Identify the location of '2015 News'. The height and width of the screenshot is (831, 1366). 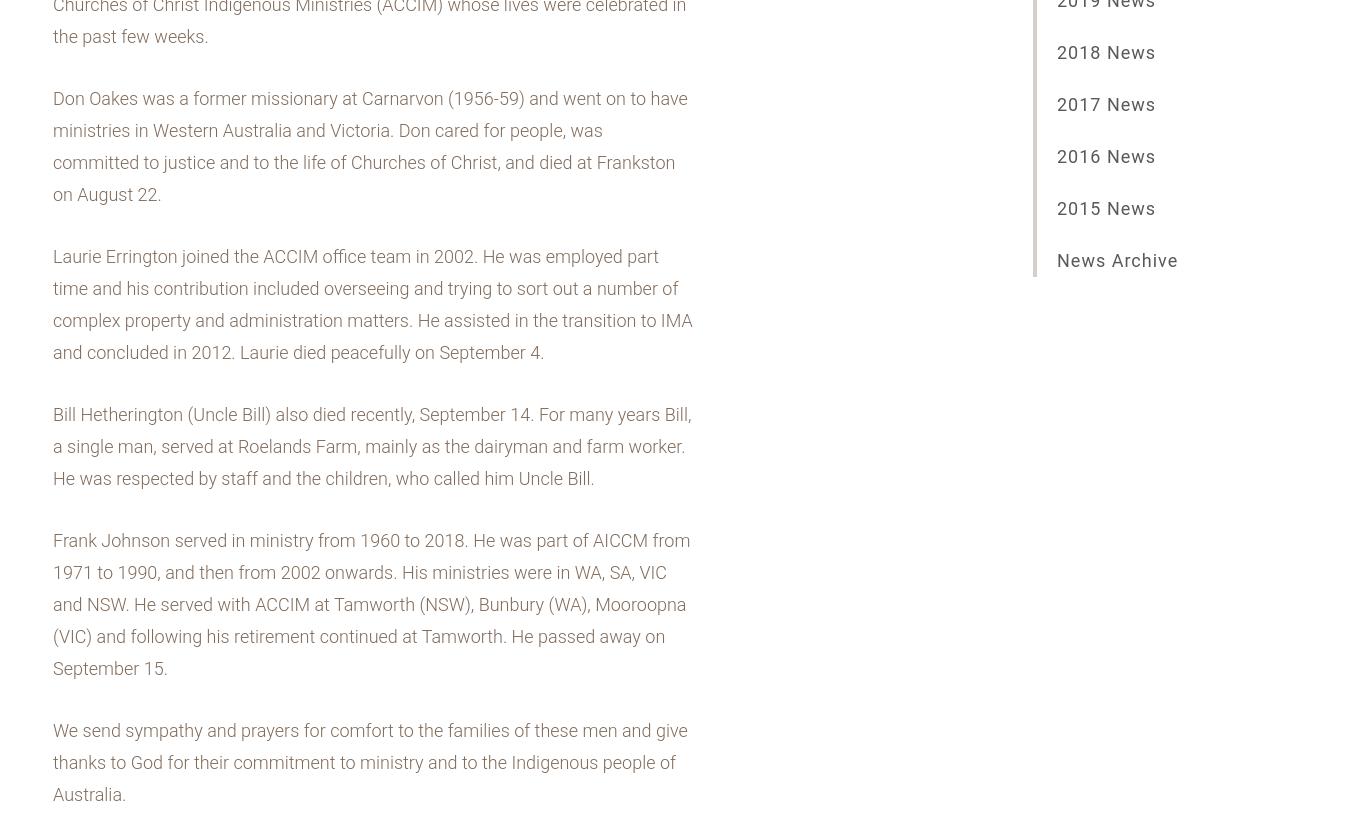
(1105, 208).